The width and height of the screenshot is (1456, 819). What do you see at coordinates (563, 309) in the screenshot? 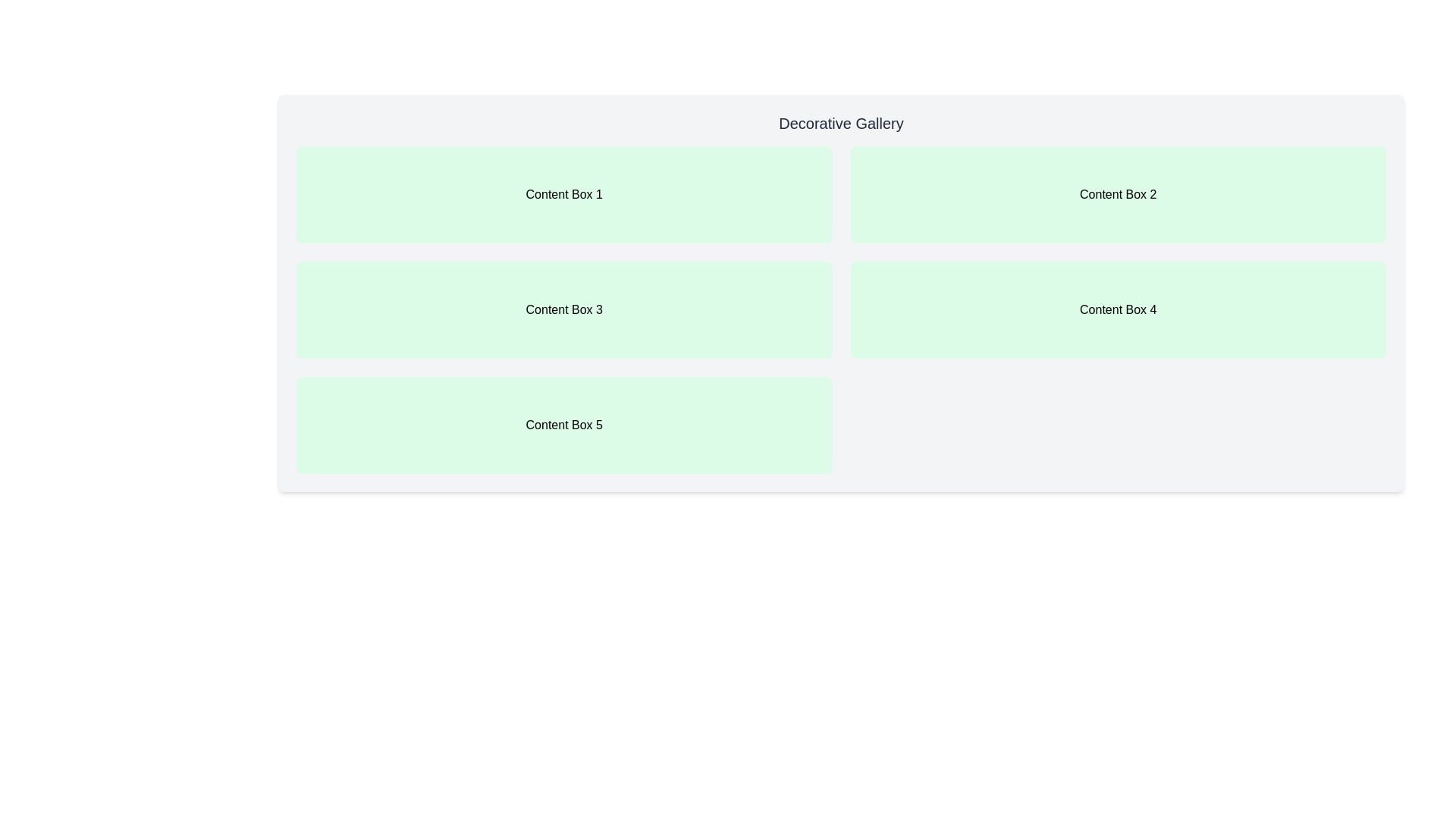
I see `the Static content box labeled 'Content Box 3', which is located in the second row, left column of the grid layout` at bounding box center [563, 309].